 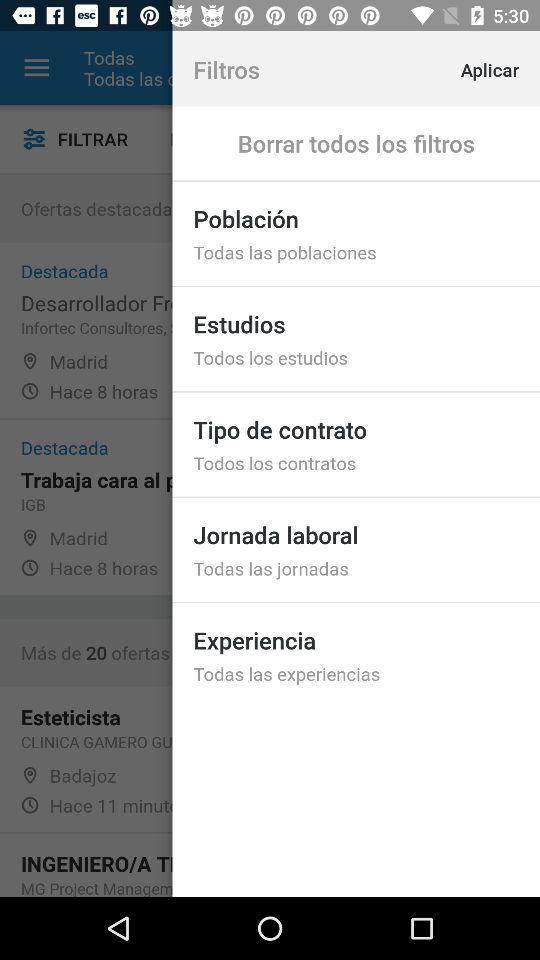 What do you see at coordinates (219, 138) in the screenshot?
I see `icon next to the estudios item` at bounding box center [219, 138].